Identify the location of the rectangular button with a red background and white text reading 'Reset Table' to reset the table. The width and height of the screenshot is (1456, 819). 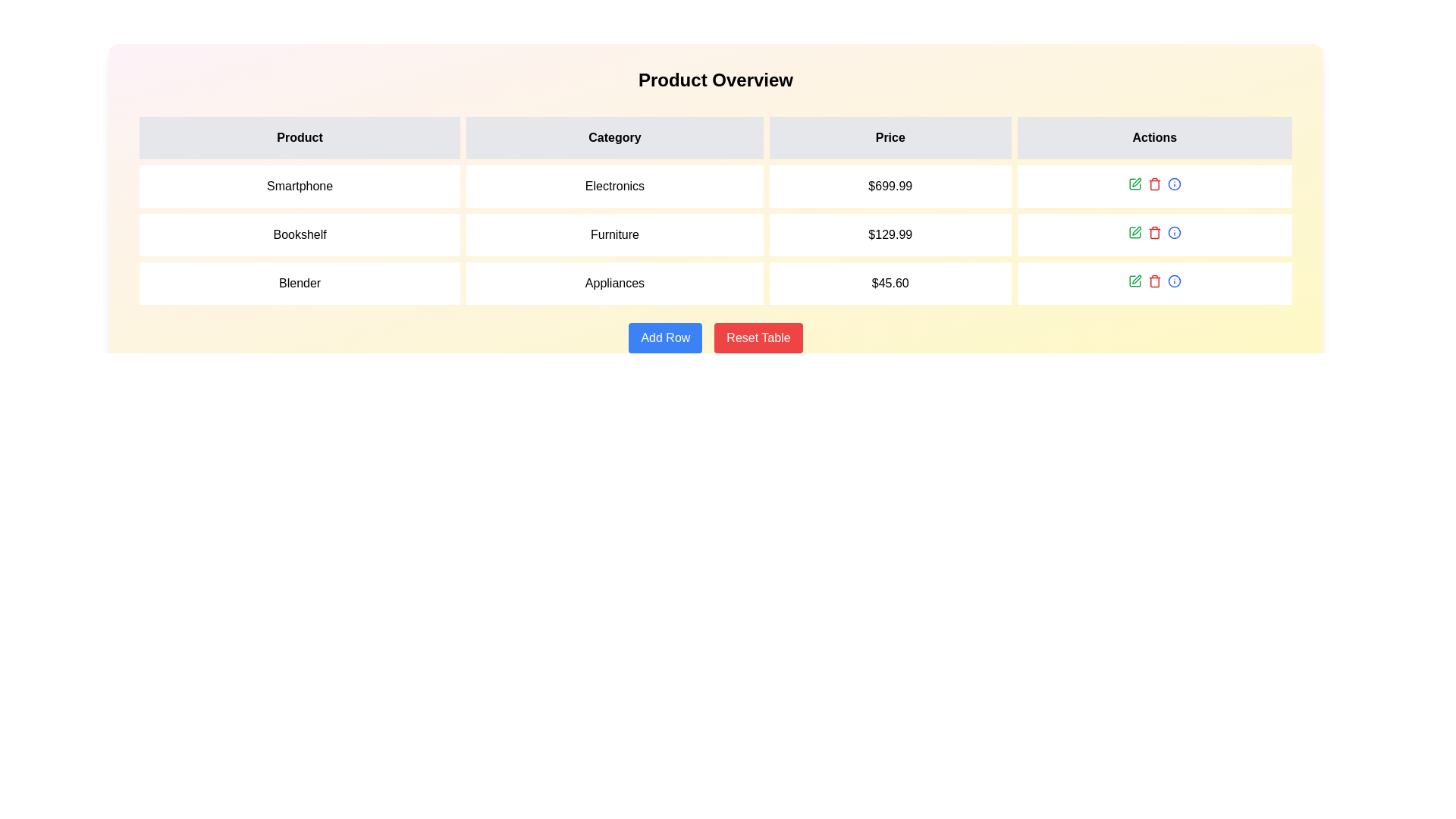
(758, 337).